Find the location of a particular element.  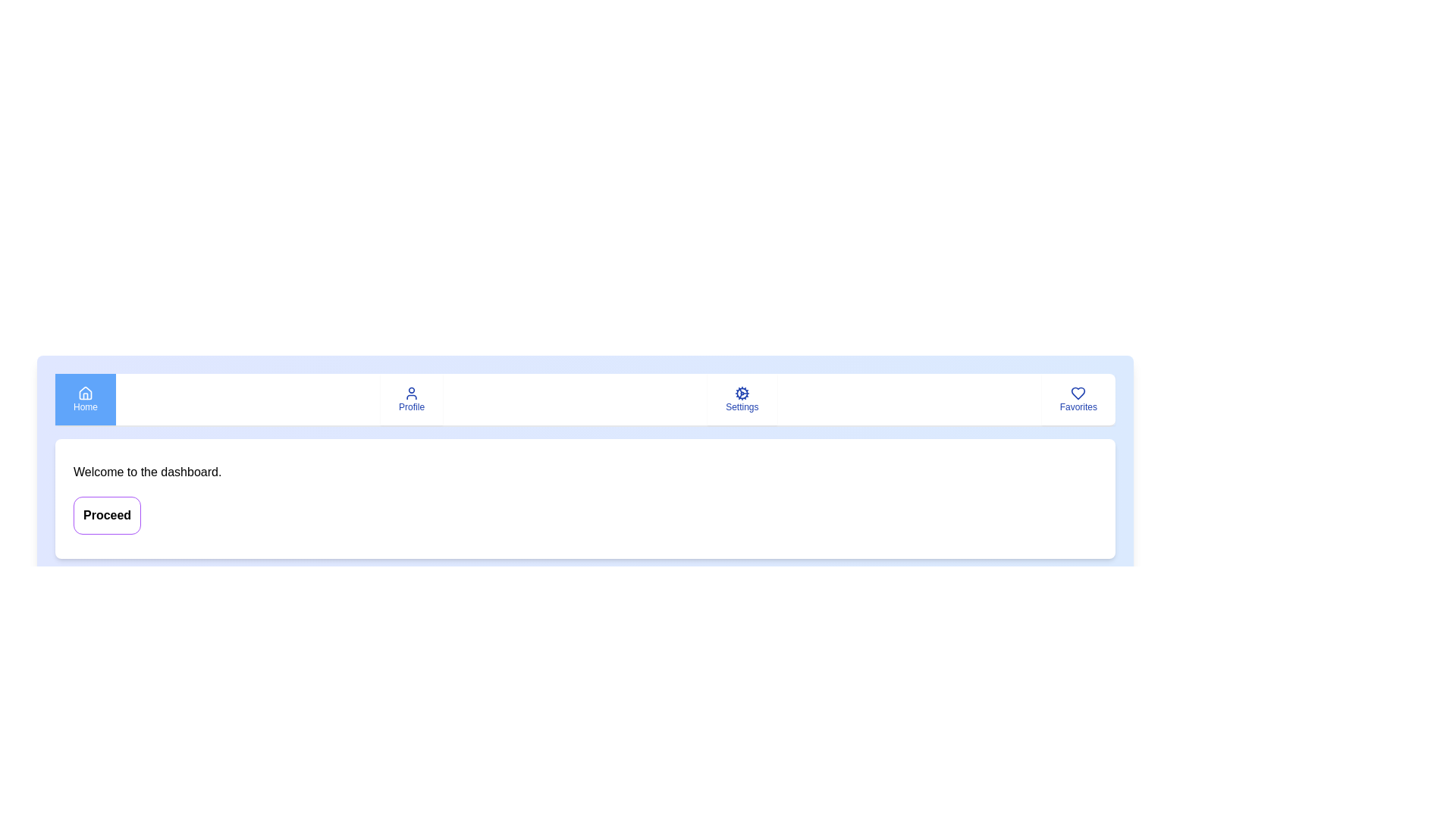

the Profile tab is located at coordinates (411, 399).